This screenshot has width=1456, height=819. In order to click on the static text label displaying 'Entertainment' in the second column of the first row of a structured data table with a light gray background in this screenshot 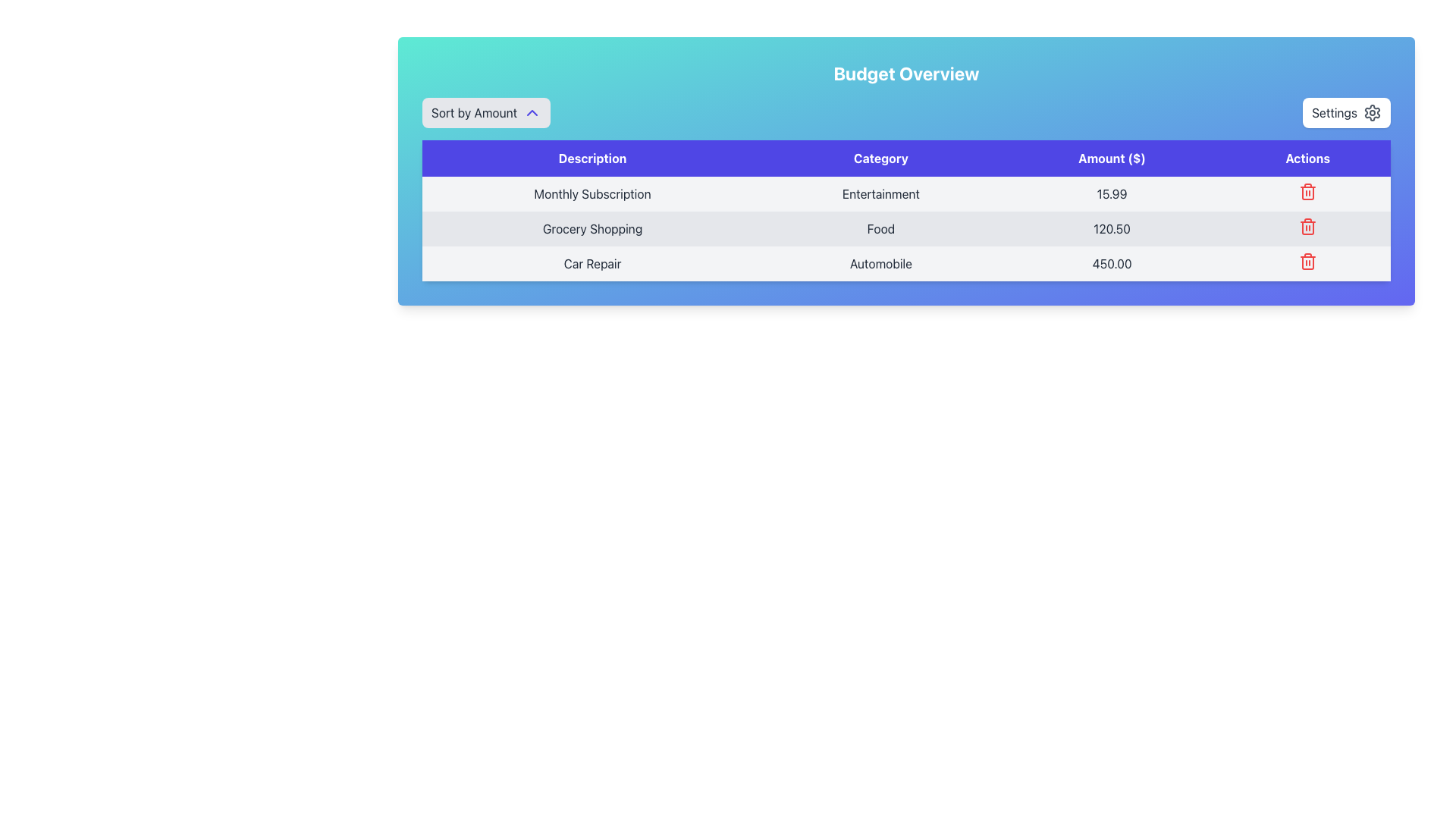, I will do `click(880, 193)`.